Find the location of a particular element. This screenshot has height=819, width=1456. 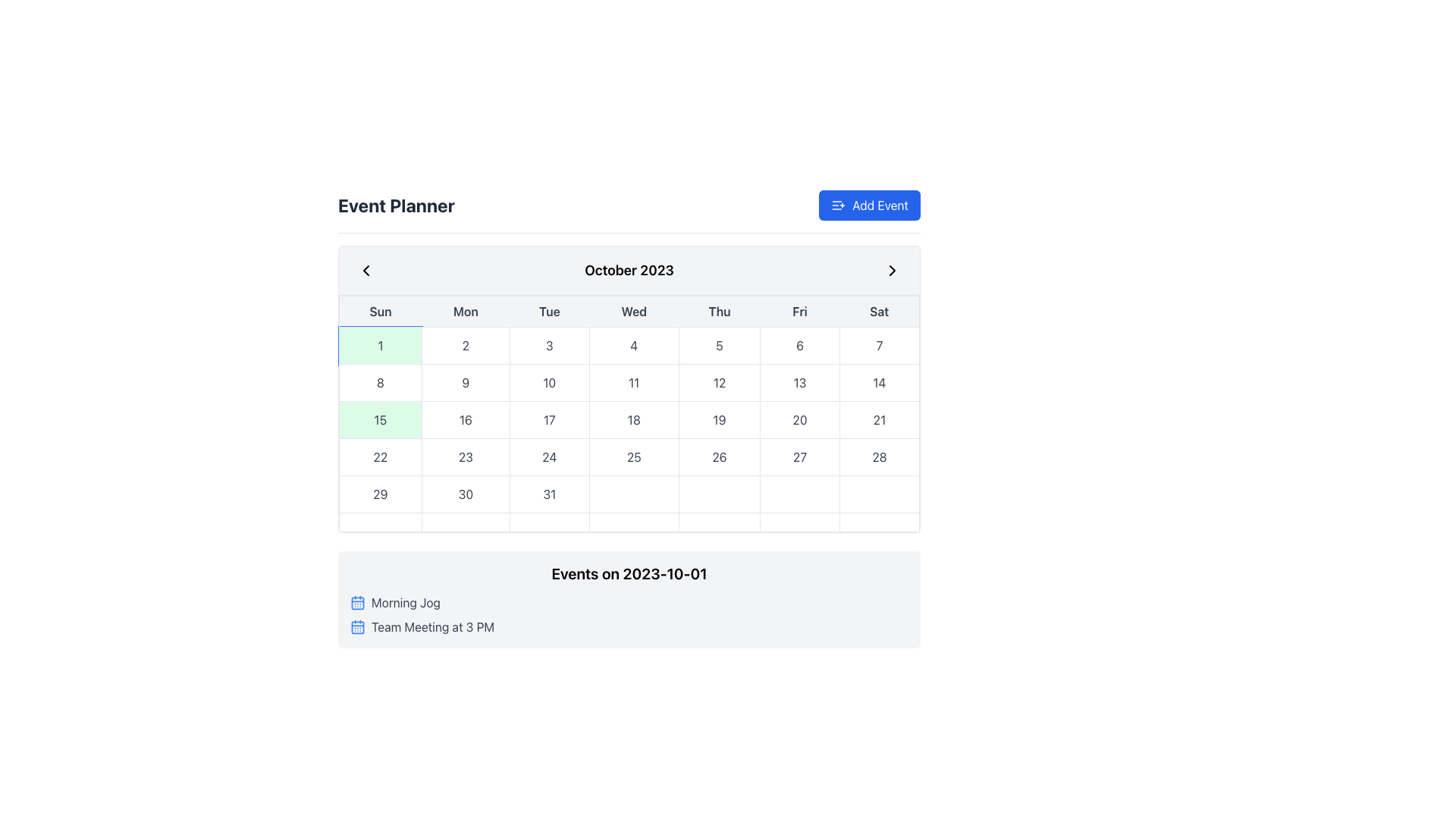

the Chevron icon located in the top-right corner of the calendar interface is located at coordinates (892, 270).